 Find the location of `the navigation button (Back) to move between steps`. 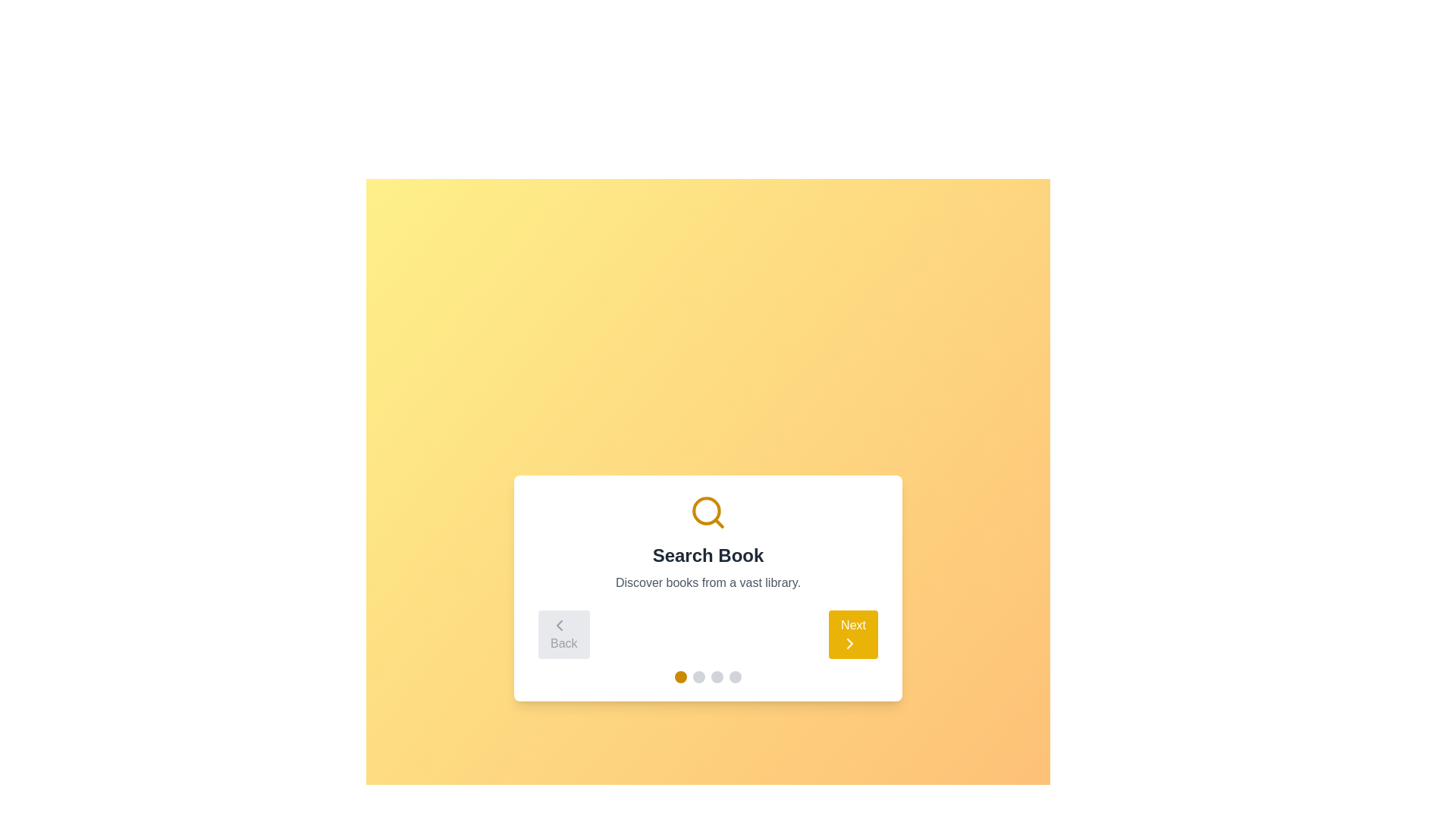

the navigation button (Back) to move between steps is located at coordinates (563, 635).